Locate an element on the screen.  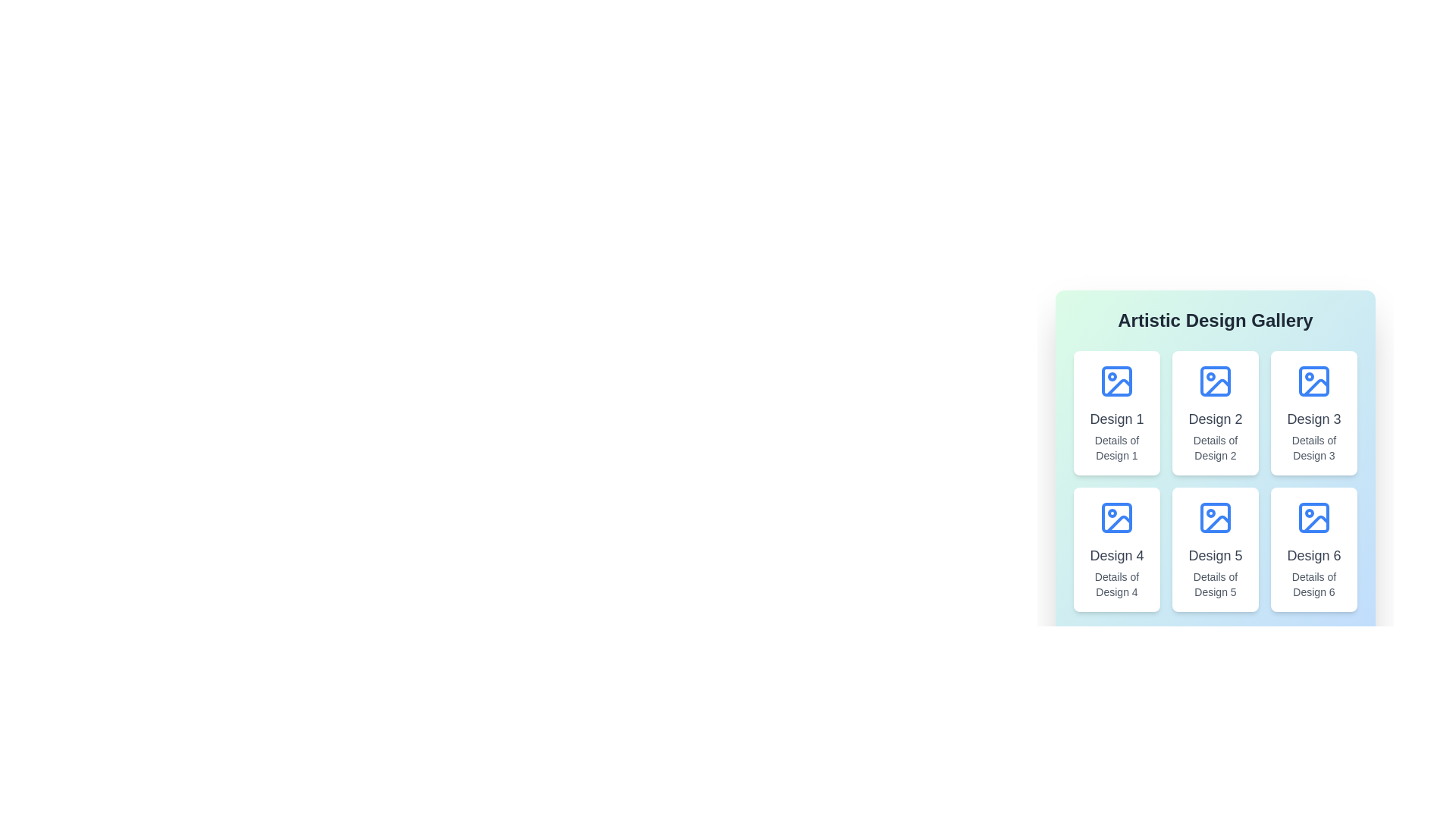
the icon representing 'Design 2' located in the second card of the top row in the 'Artistic Design Gallery' is located at coordinates (1216, 380).